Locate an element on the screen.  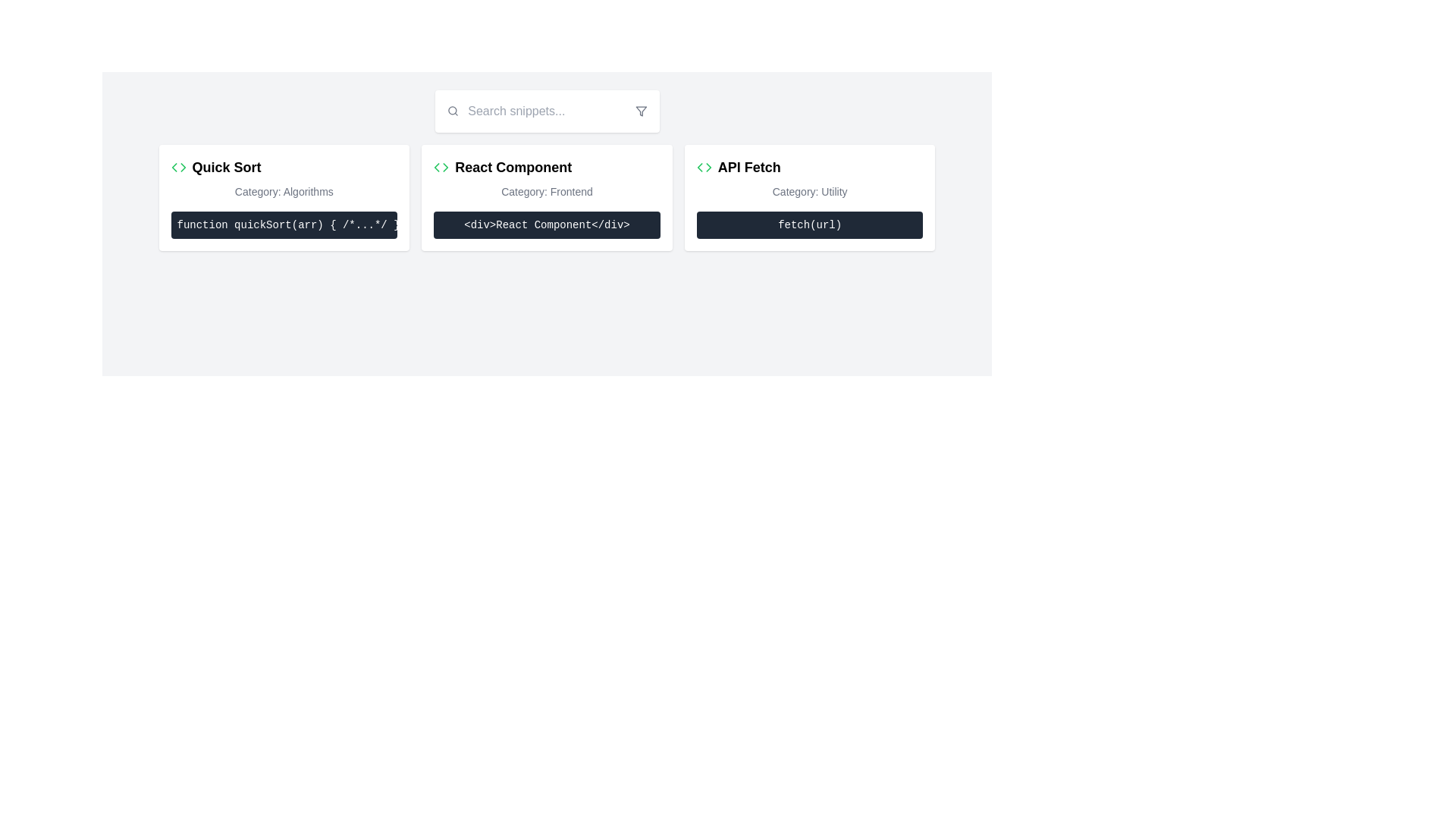
the coding/programming icon located to the left of the 'Quick Sort' text is located at coordinates (178, 167).